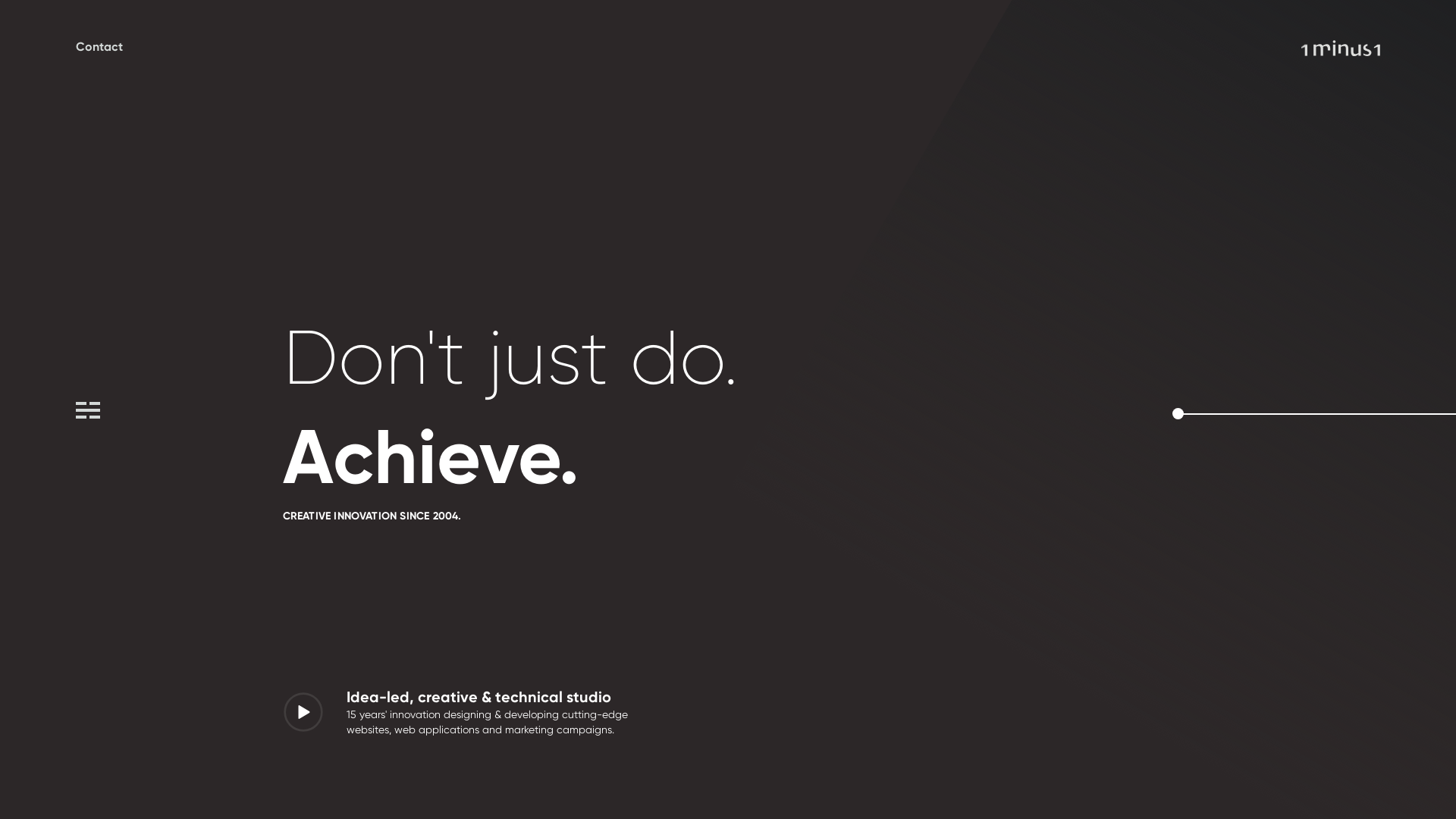 The image size is (1456, 819). What do you see at coordinates (98, 45) in the screenshot?
I see `'Contact'` at bounding box center [98, 45].